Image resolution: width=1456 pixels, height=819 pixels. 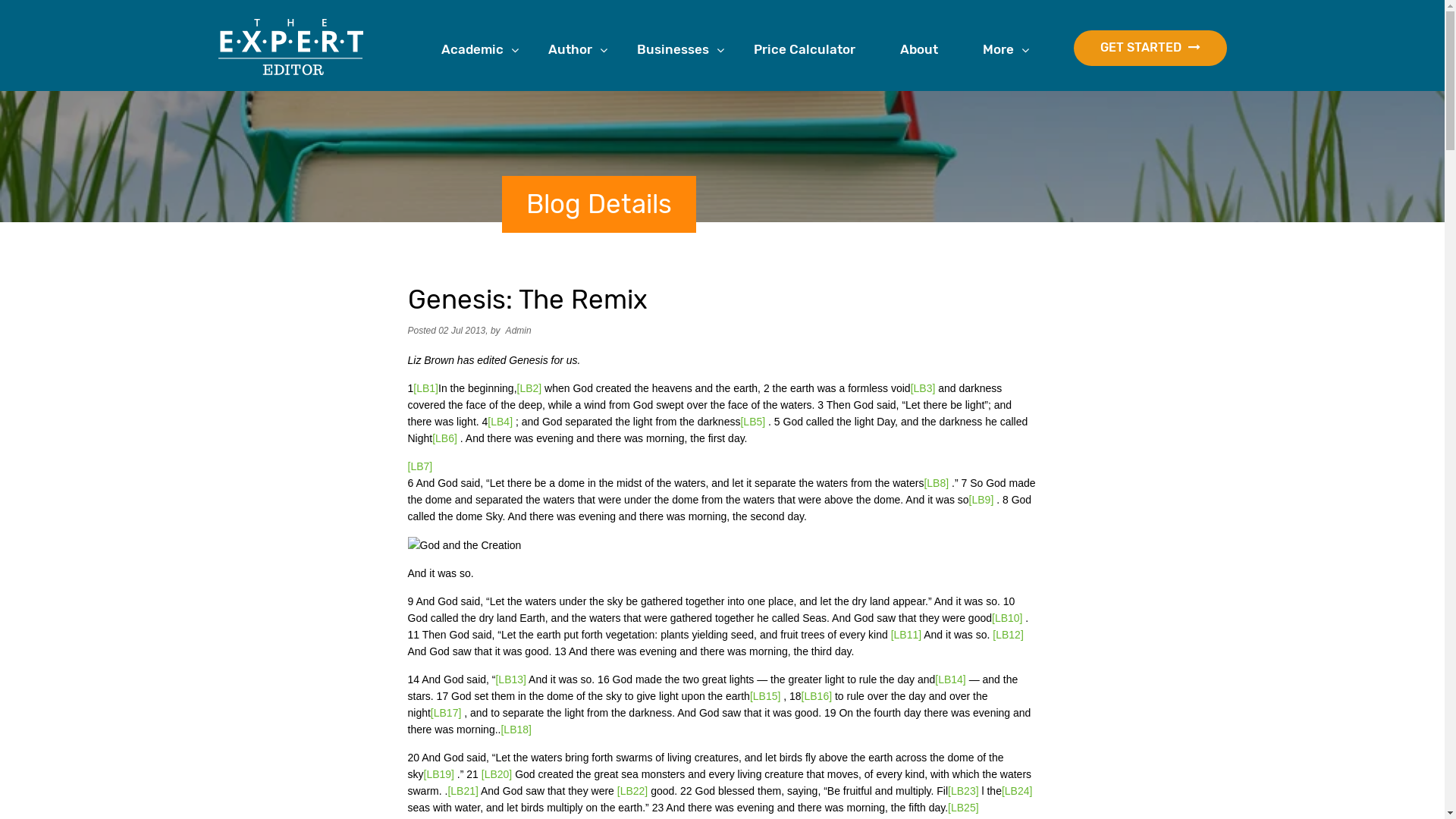 What do you see at coordinates (891, 635) in the screenshot?
I see `'[LB11]'` at bounding box center [891, 635].